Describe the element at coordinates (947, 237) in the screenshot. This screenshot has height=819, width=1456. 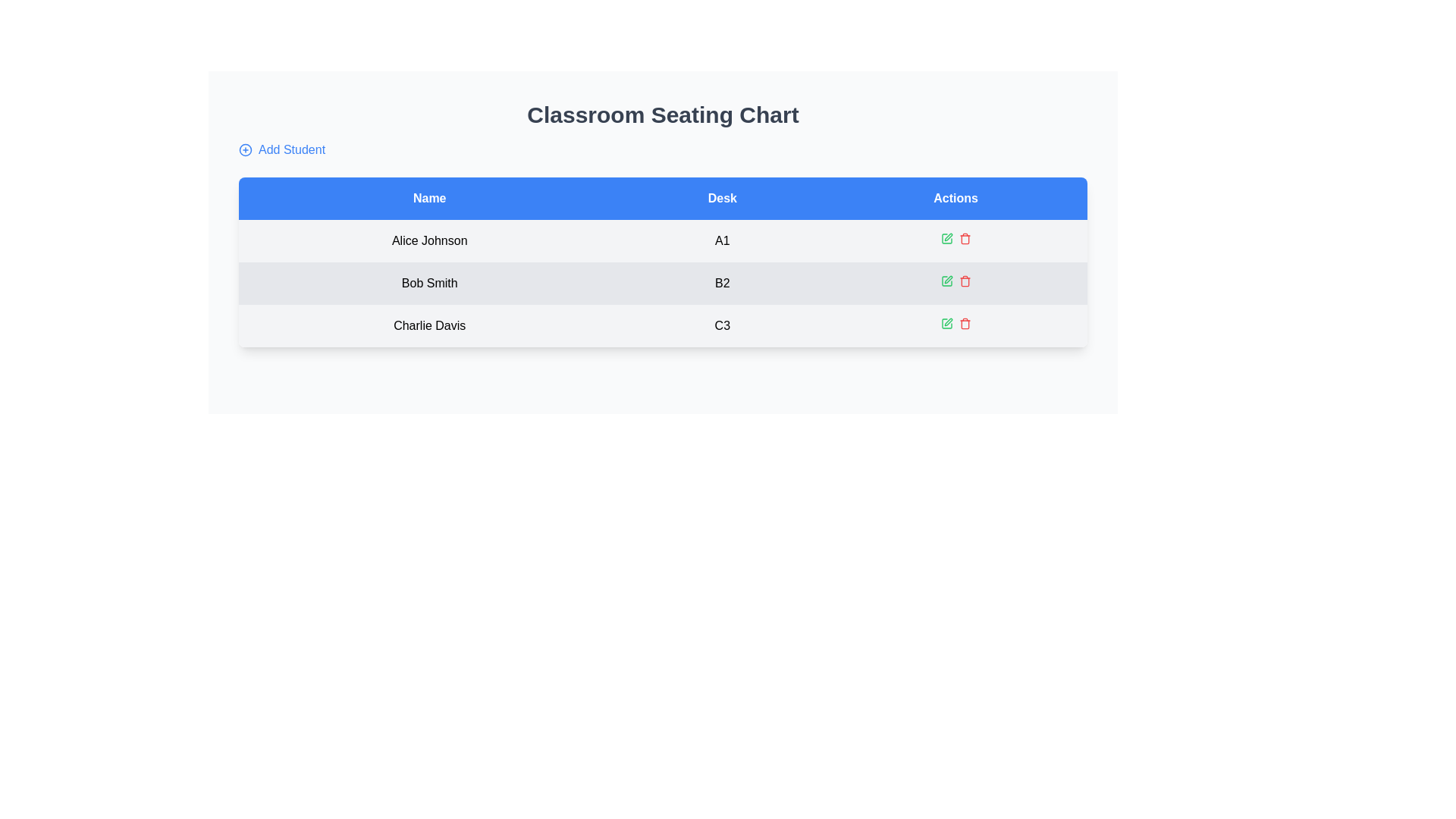
I see `the green pen icon button located in the 'Actions' column of the second row in the 'Classroom Seating Chart' table for the item 'Bob Smith' with desk identifier 'B2'` at that location.